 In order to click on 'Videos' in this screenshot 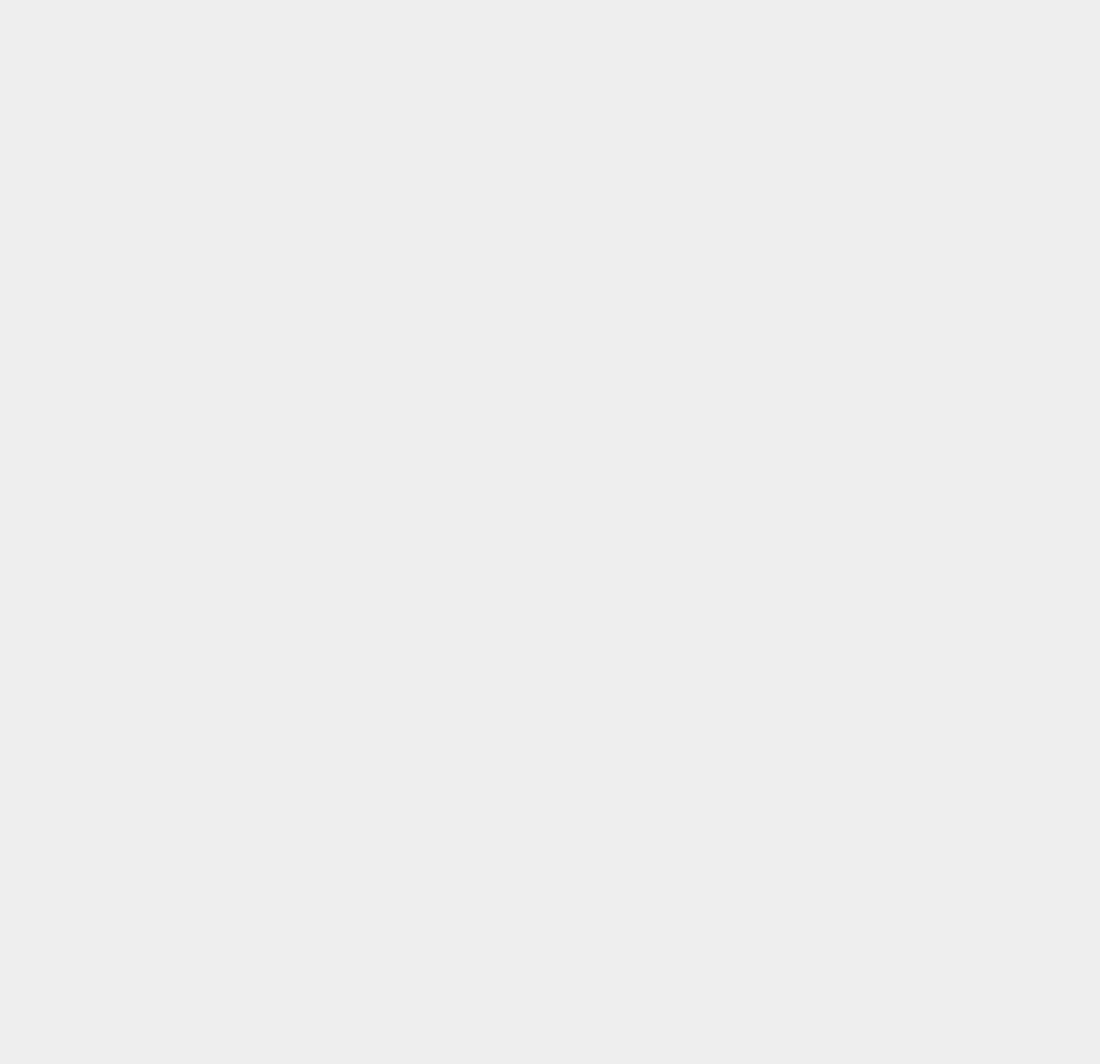, I will do `click(799, 809)`.